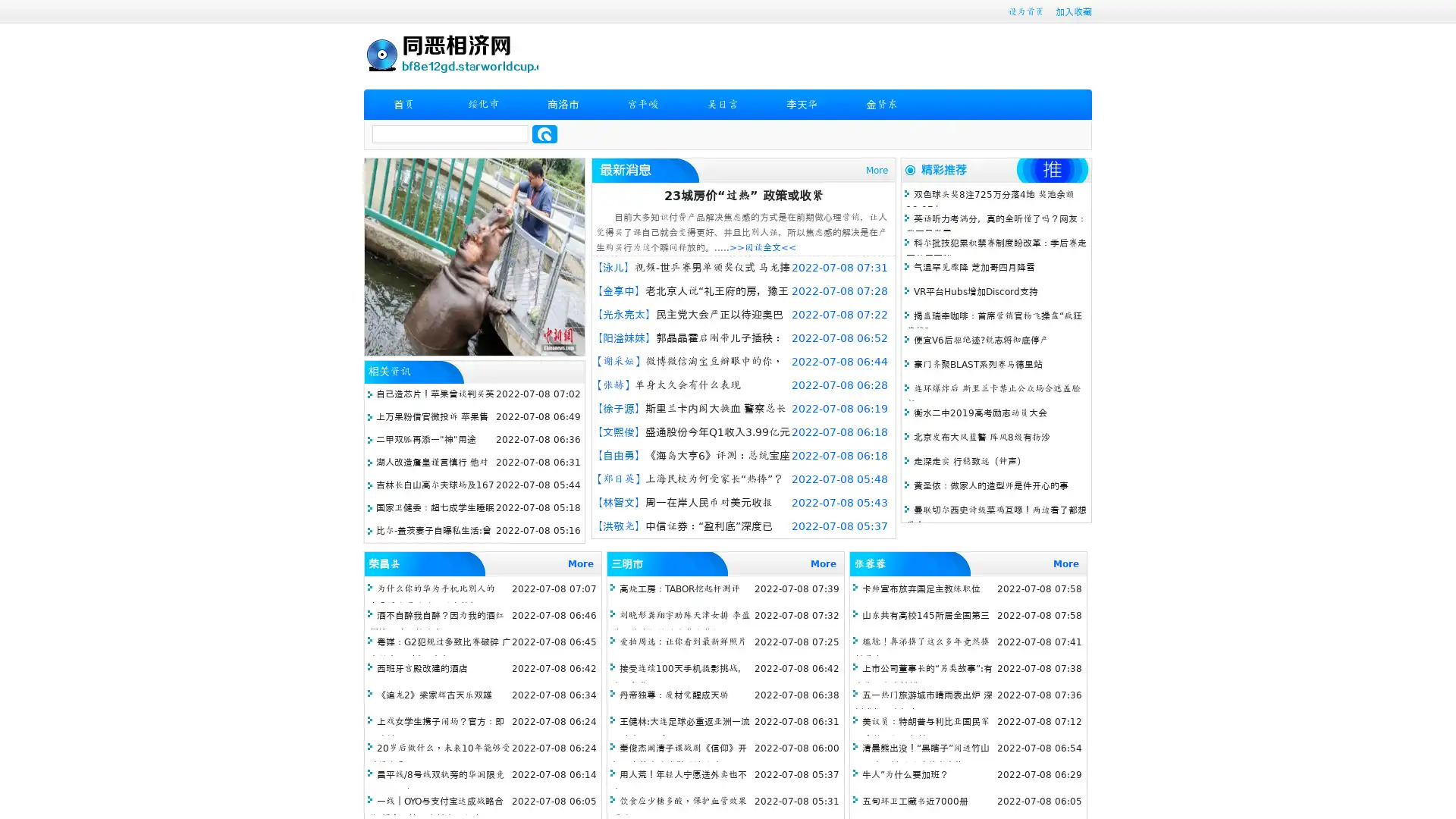 The width and height of the screenshot is (1456, 819). What do you see at coordinates (544, 133) in the screenshot?
I see `Search` at bounding box center [544, 133].